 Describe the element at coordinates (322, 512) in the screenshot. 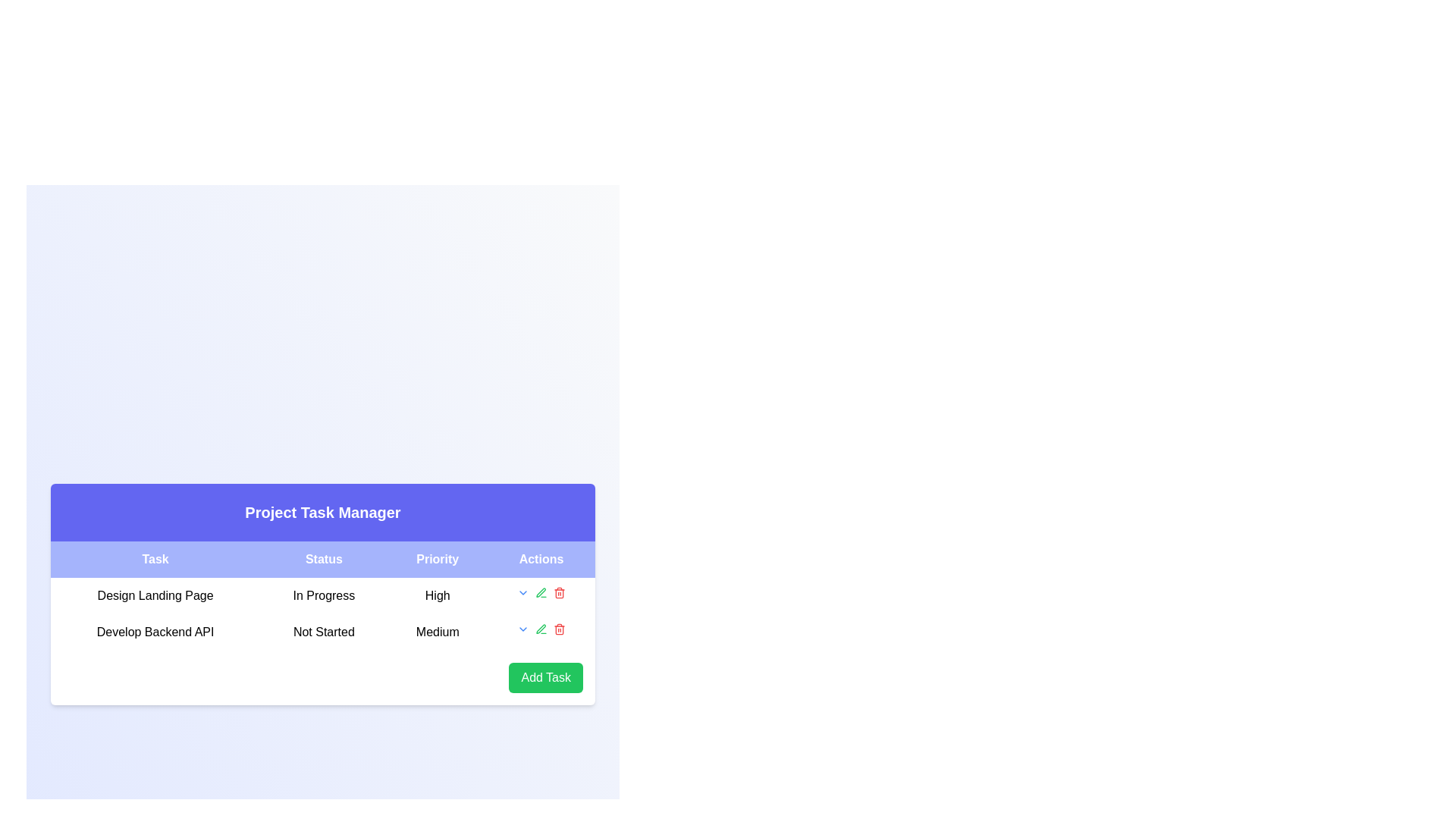

I see `the header text element 'Project Task Manager', which is styled in bold, large white font against an indigo background, located at the top of a card component` at that location.